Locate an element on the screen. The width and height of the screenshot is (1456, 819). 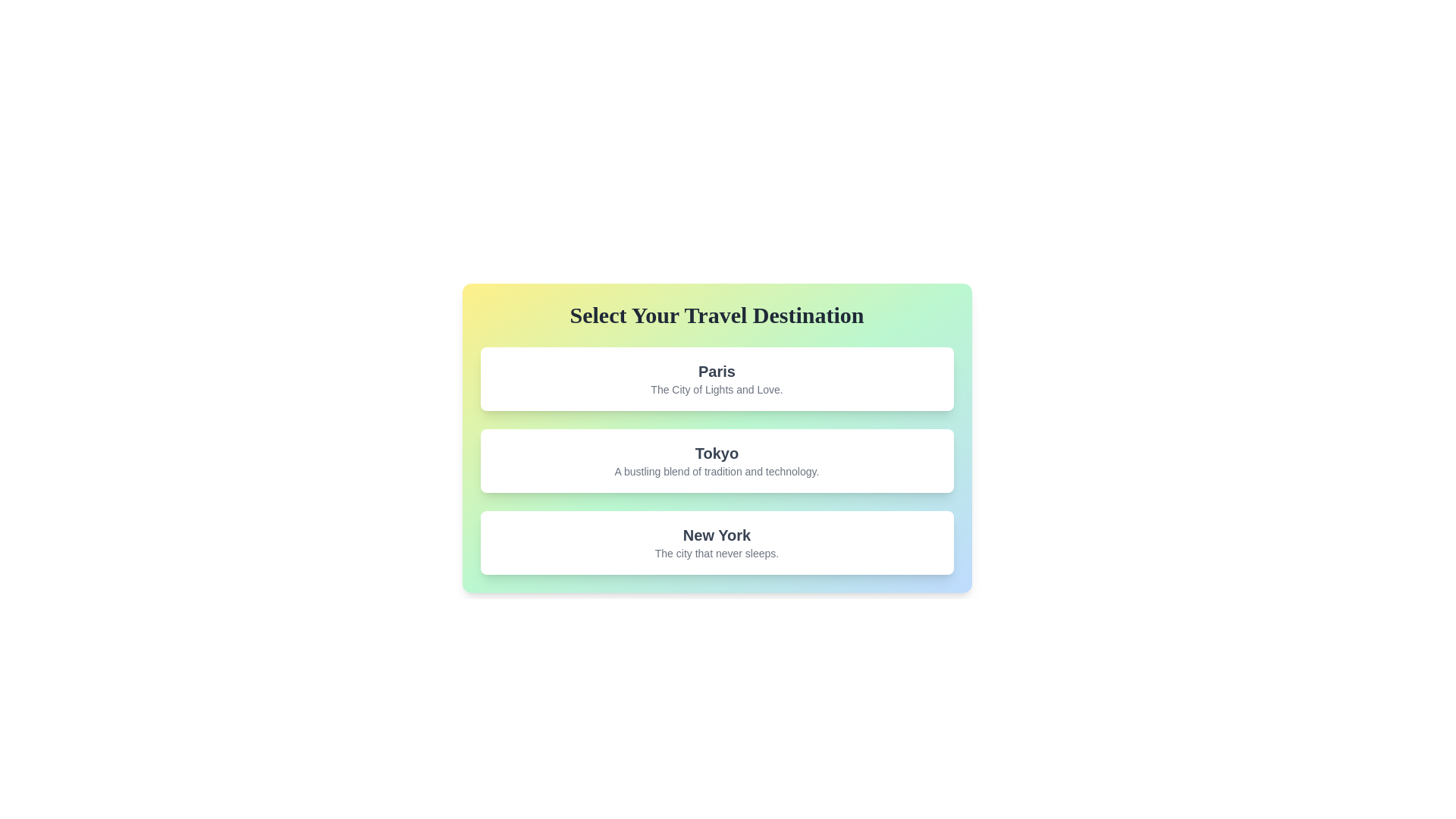
the text label displaying 'Paris' in bold is located at coordinates (716, 371).